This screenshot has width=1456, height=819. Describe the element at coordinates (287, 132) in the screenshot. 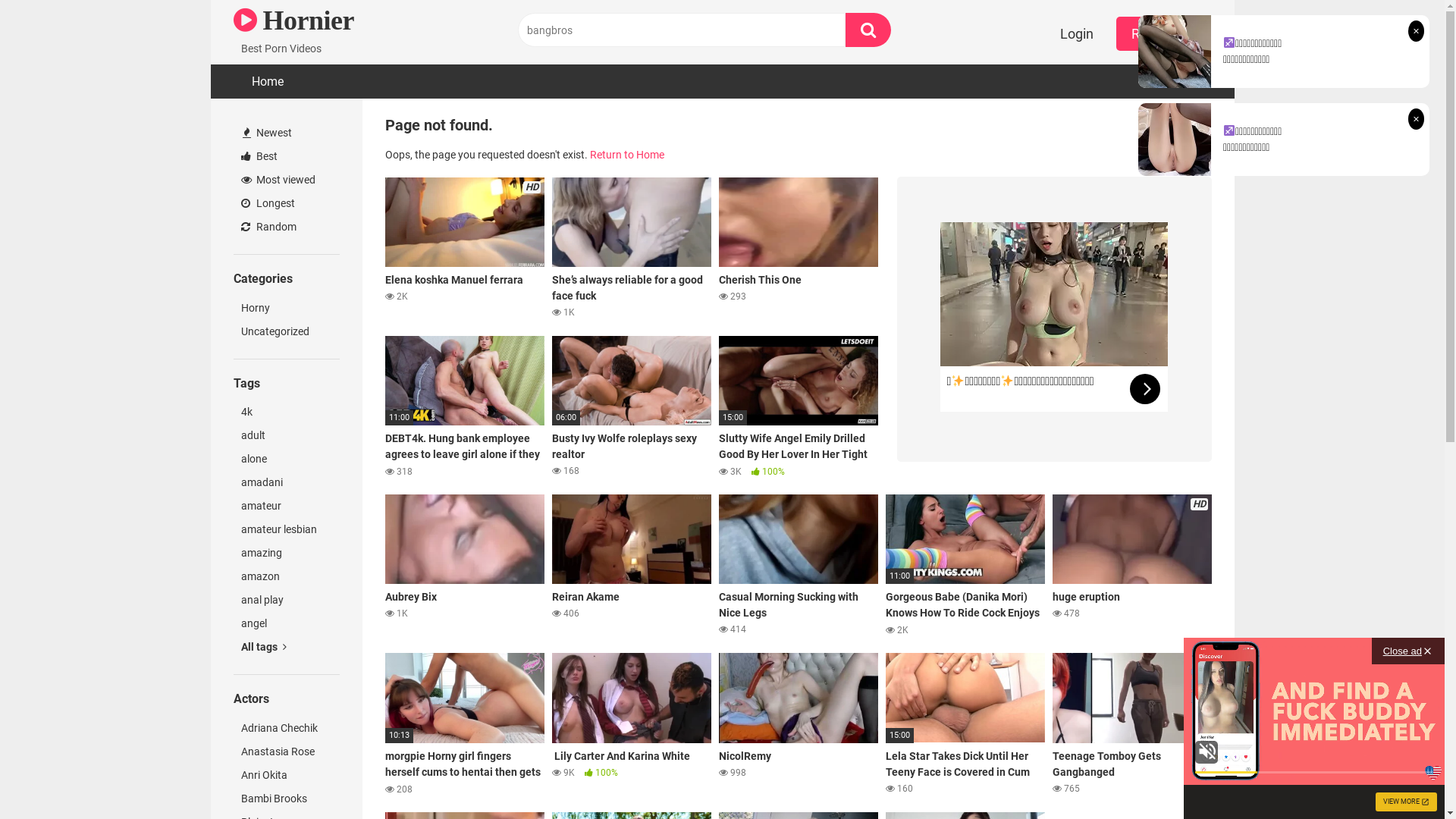

I see `'Newest'` at that location.